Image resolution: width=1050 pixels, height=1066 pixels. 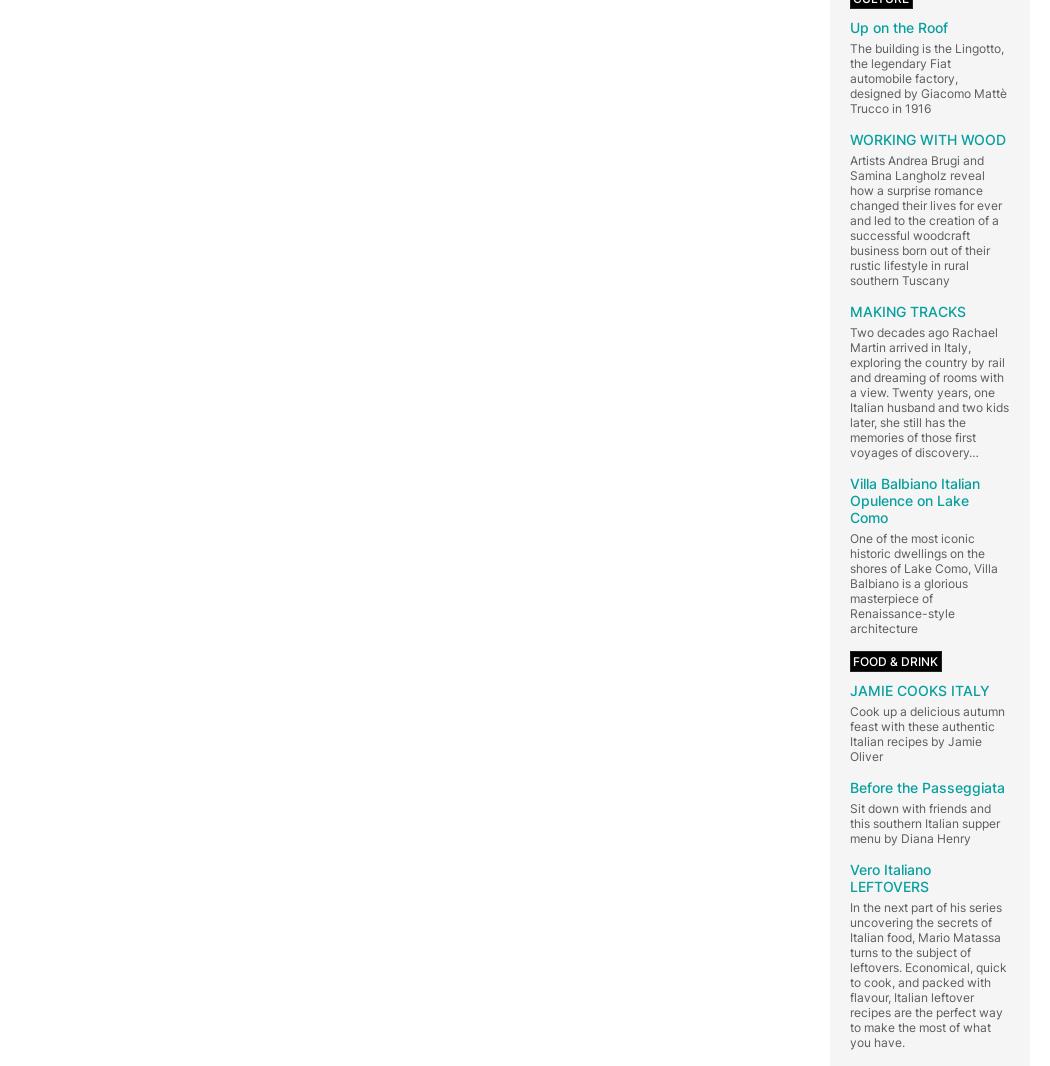 What do you see at coordinates (908, 310) in the screenshot?
I see `'MAKING TRACKS'` at bounding box center [908, 310].